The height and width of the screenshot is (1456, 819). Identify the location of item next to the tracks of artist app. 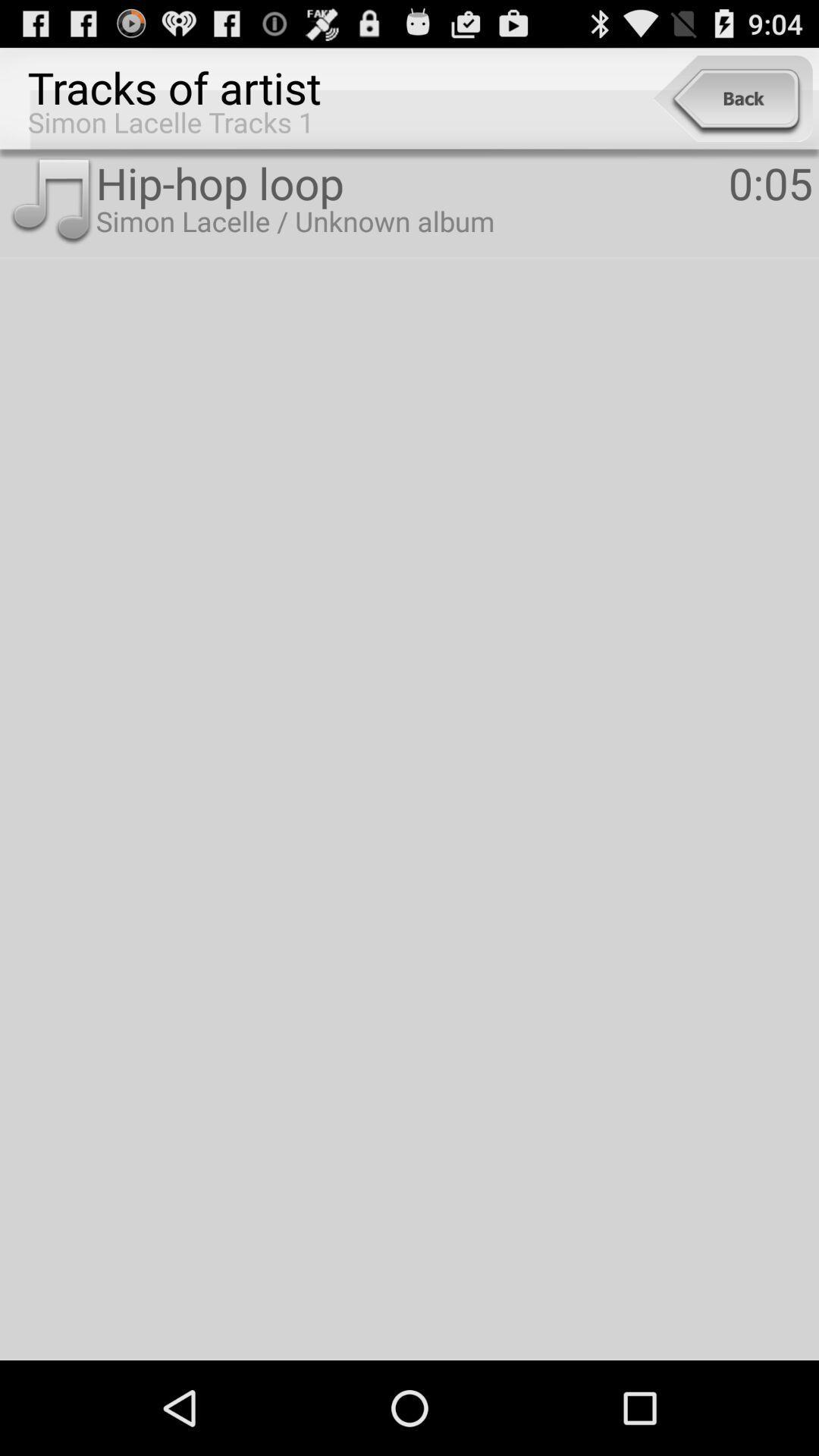
(732, 98).